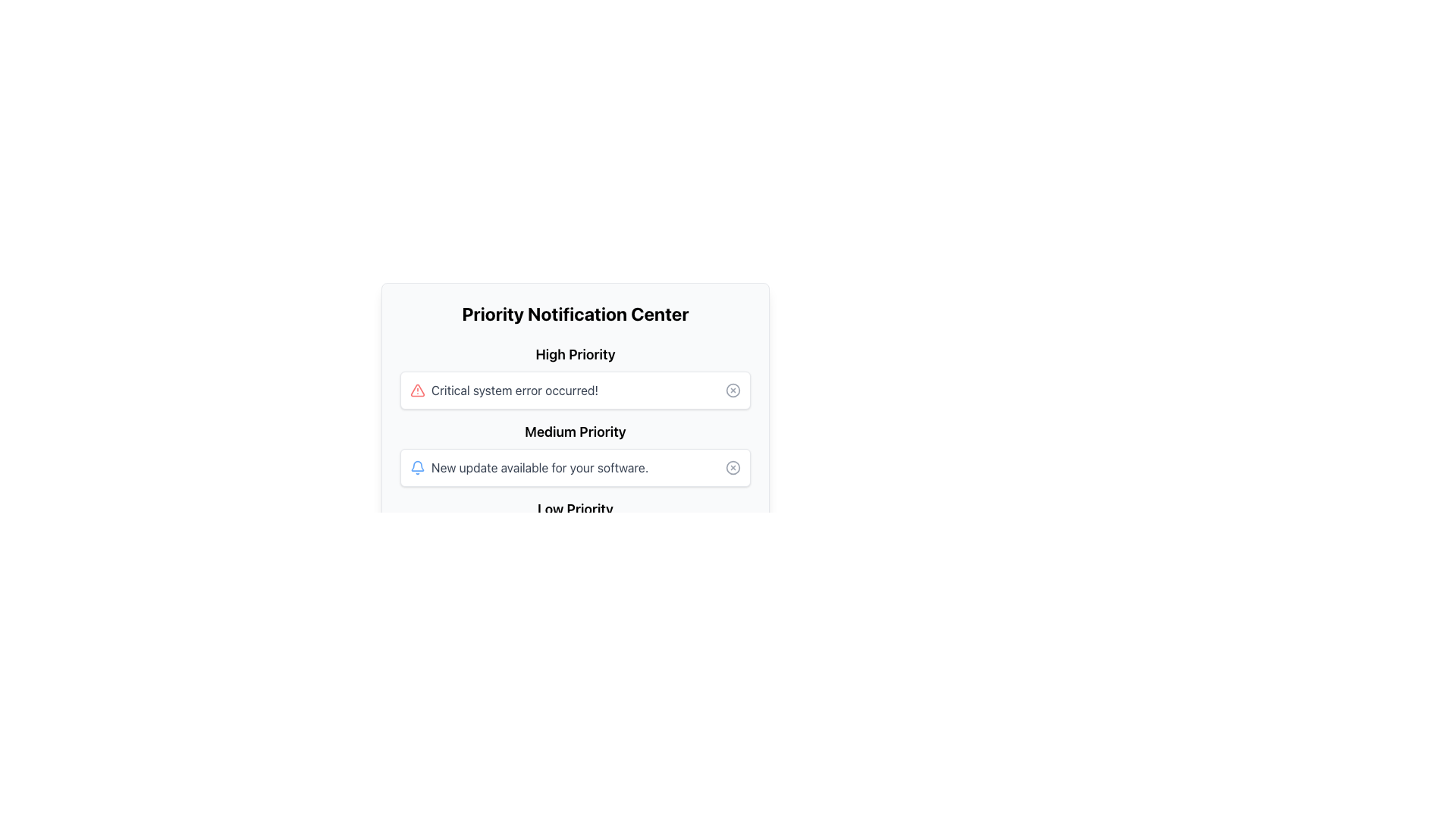 This screenshot has width=1456, height=819. Describe the element at coordinates (574, 453) in the screenshot. I see `the medium-priority Notification Box that informs the user about a software update, located between a high priority and a low priority notification in the middle section of the notification list` at that location.